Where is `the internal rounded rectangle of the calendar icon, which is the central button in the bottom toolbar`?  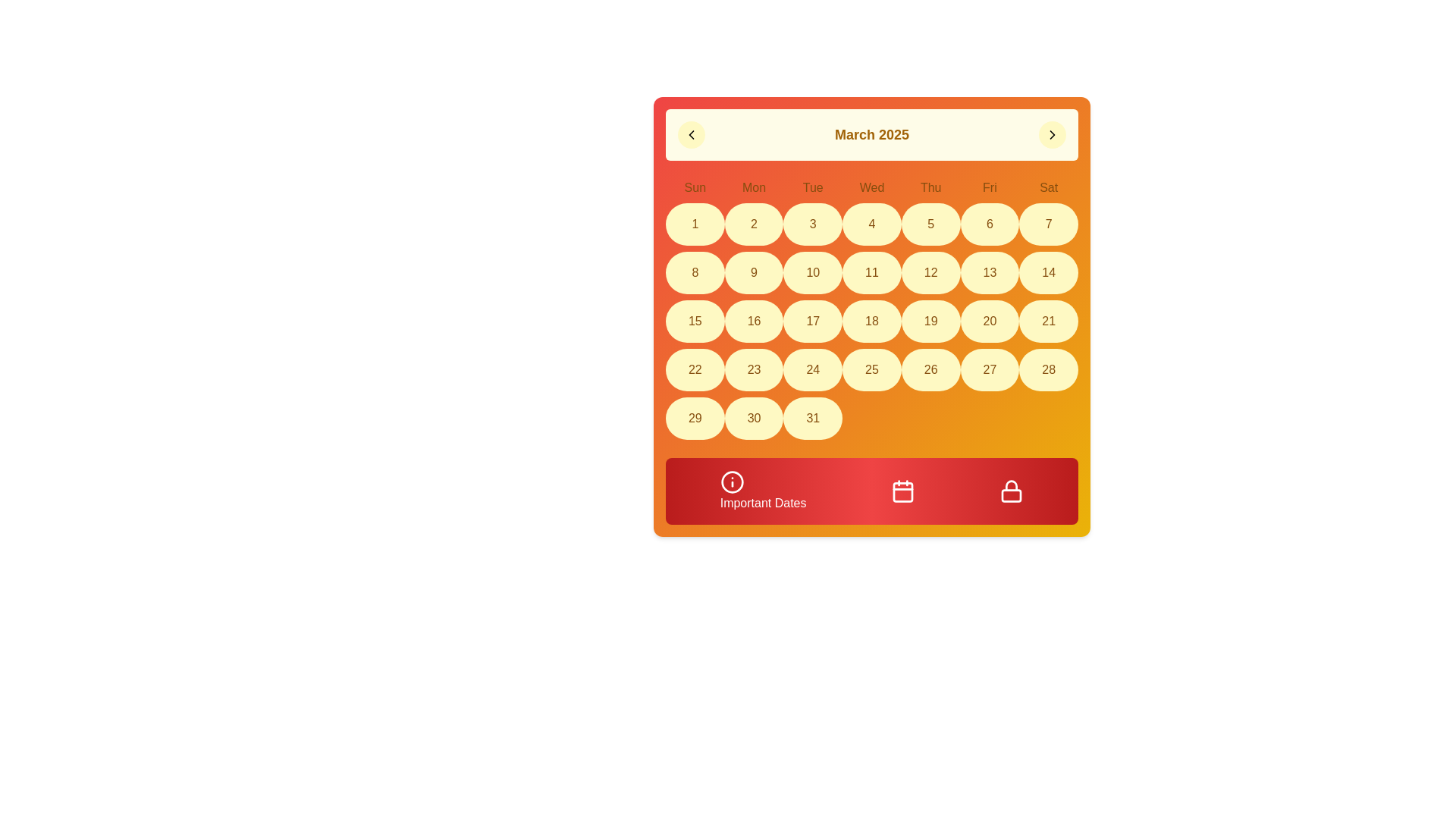
the internal rounded rectangle of the calendar icon, which is the central button in the bottom toolbar is located at coordinates (902, 492).